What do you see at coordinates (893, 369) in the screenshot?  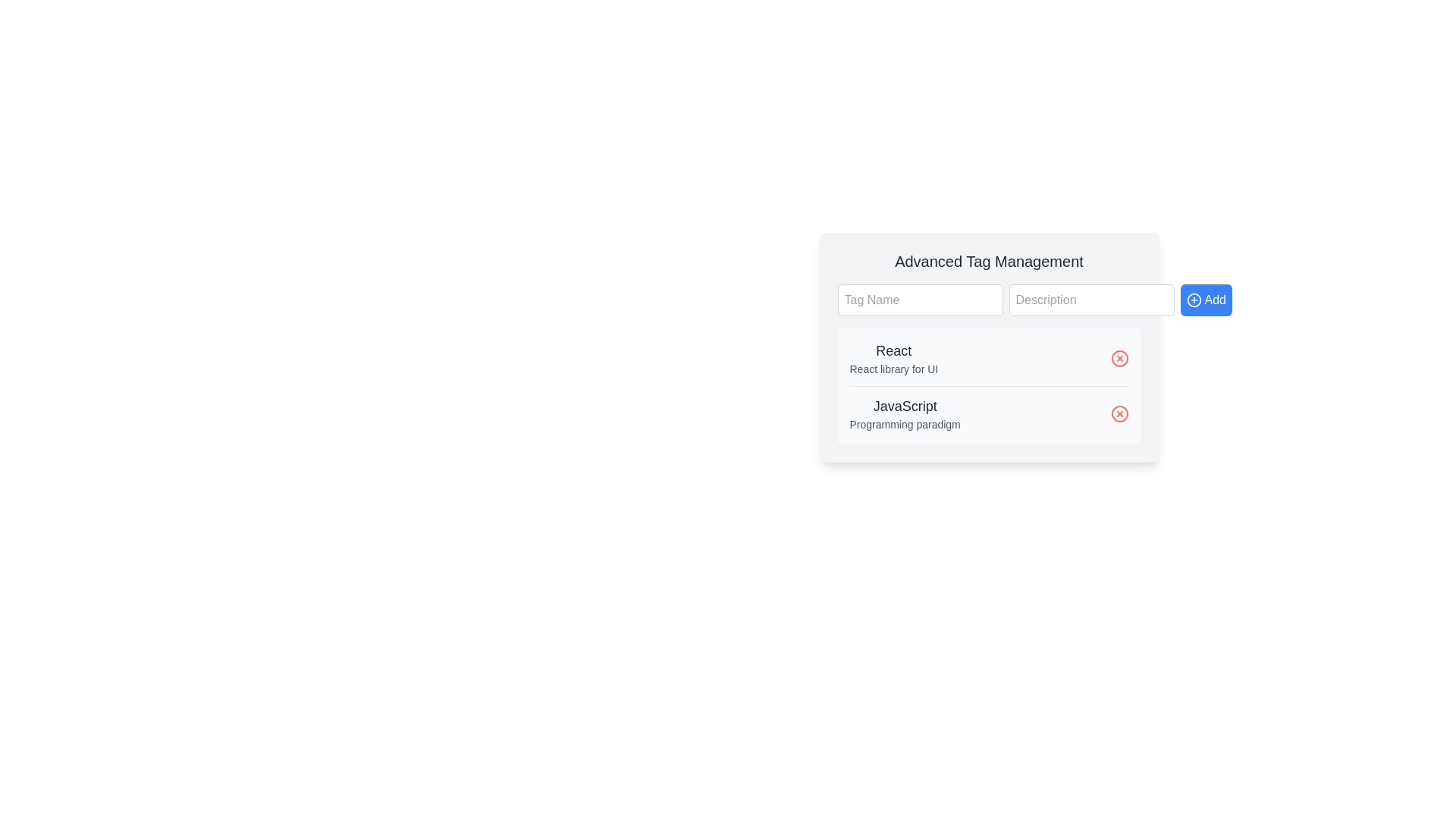 I see `the text label displaying 'React library for UI' which is positioned beneath the bold title 'React' in a panel grouping items` at bounding box center [893, 369].